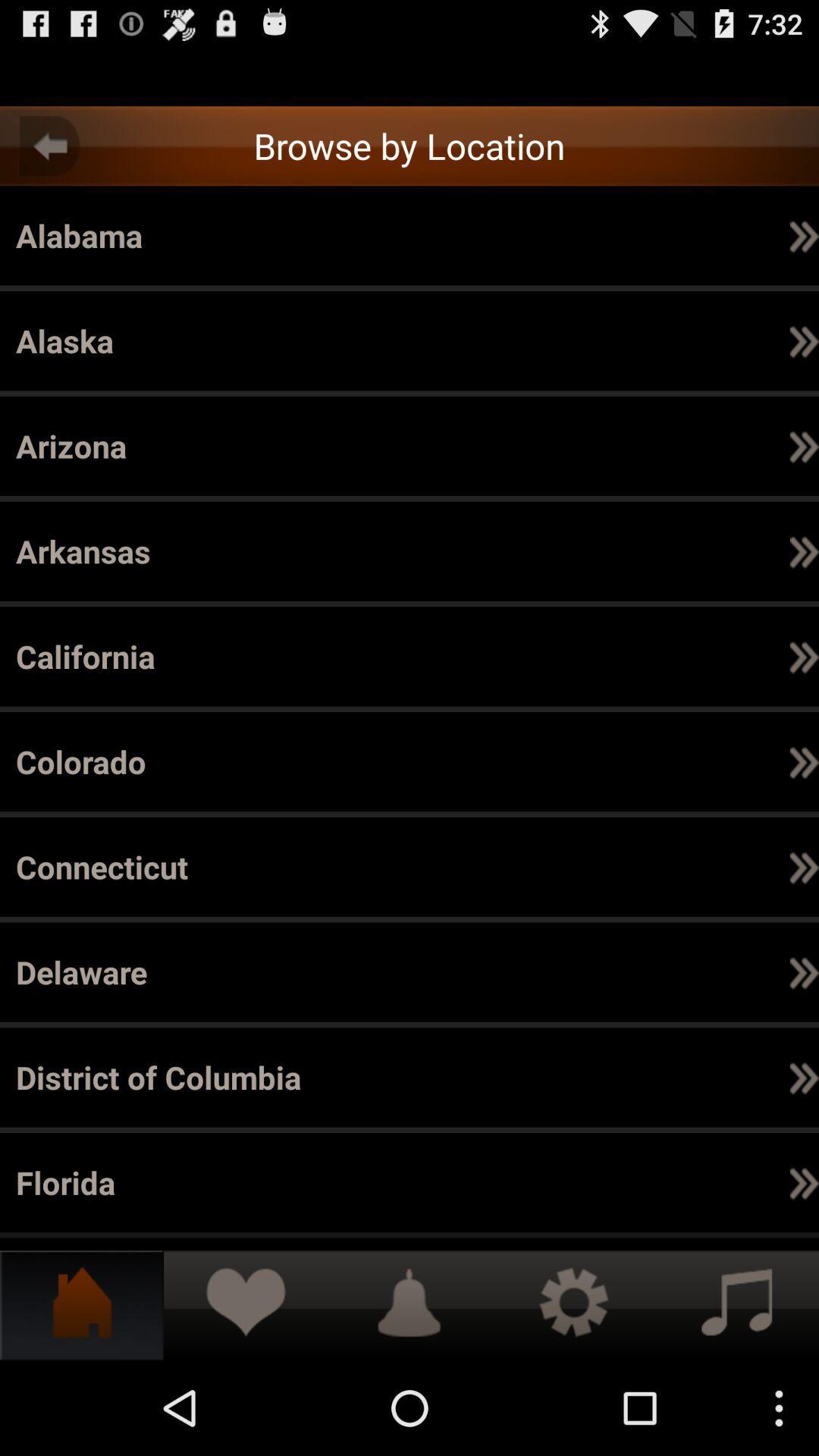 This screenshot has height=1456, width=819. What do you see at coordinates (803, 1076) in the screenshot?
I see `app to the right of the   el dorado` at bounding box center [803, 1076].